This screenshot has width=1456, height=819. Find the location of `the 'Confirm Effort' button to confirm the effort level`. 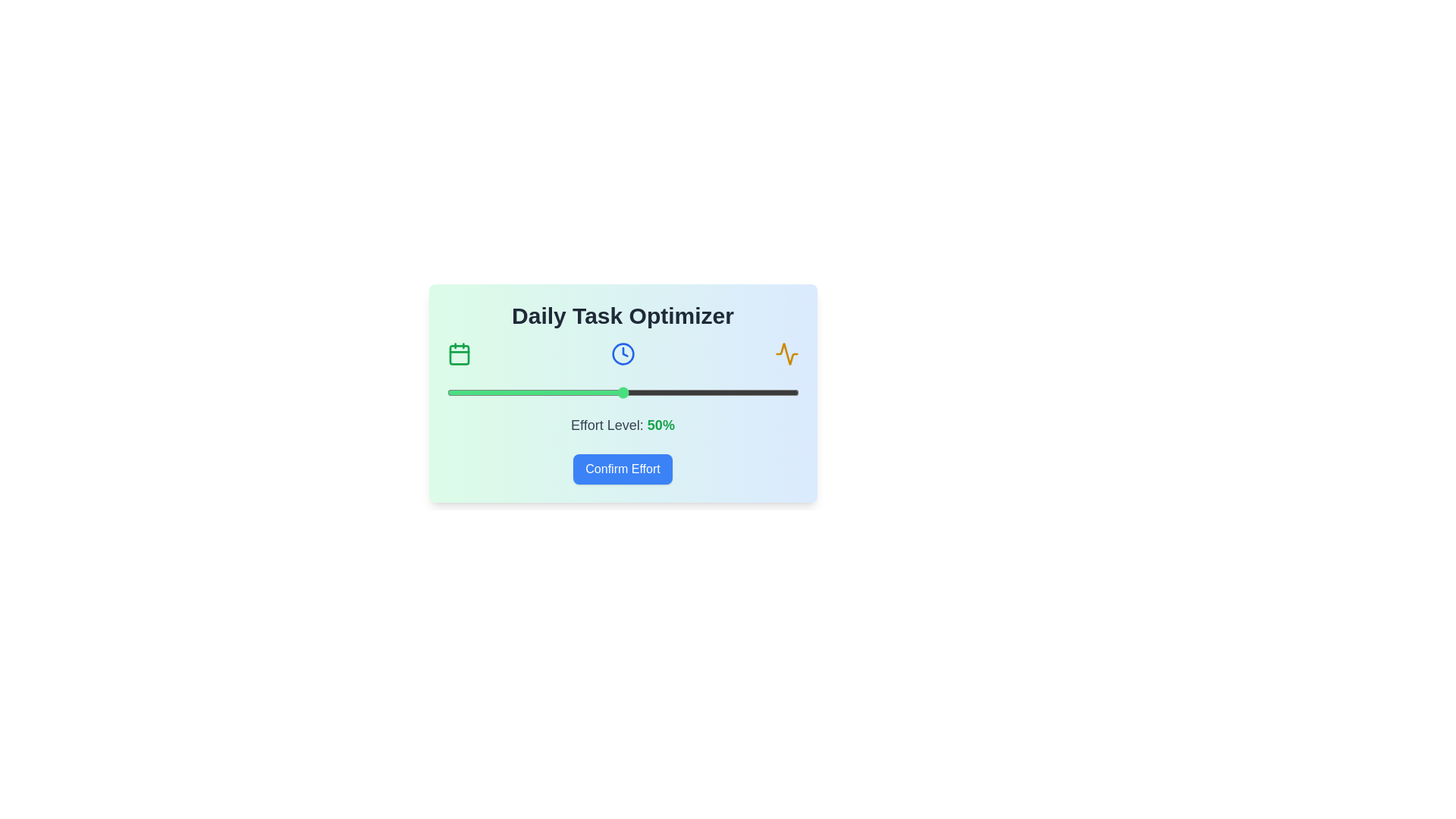

the 'Confirm Effort' button to confirm the effort level is located at coordinates (623, 468).